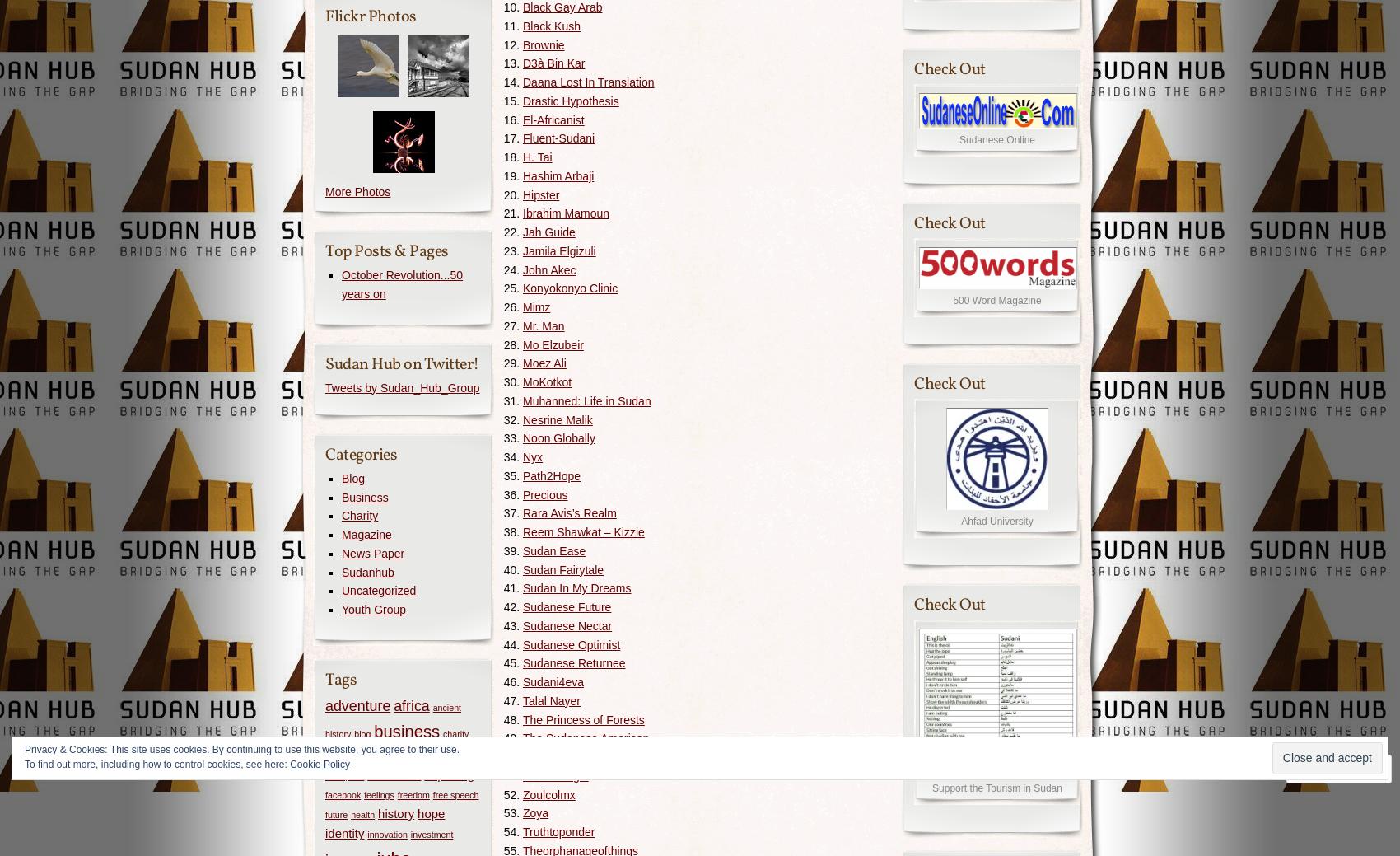  I want to click on 'Sudani4eva', so click(553, 681).